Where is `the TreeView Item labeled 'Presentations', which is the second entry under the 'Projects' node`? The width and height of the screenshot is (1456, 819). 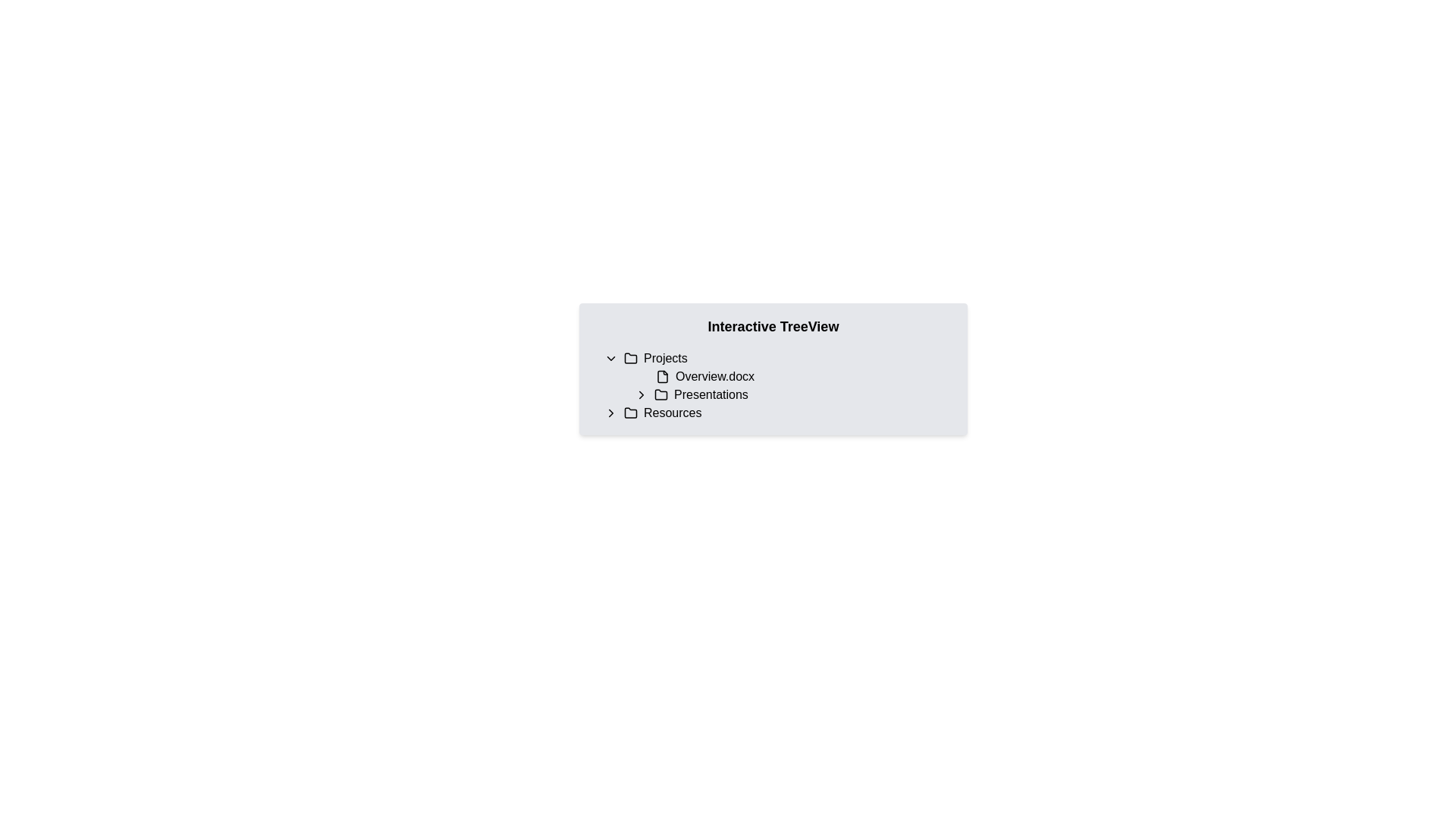
the TreeView Item labeled 'Presentations', which is the second entry under the 'Projects' node is located at coordinates (789, 394).